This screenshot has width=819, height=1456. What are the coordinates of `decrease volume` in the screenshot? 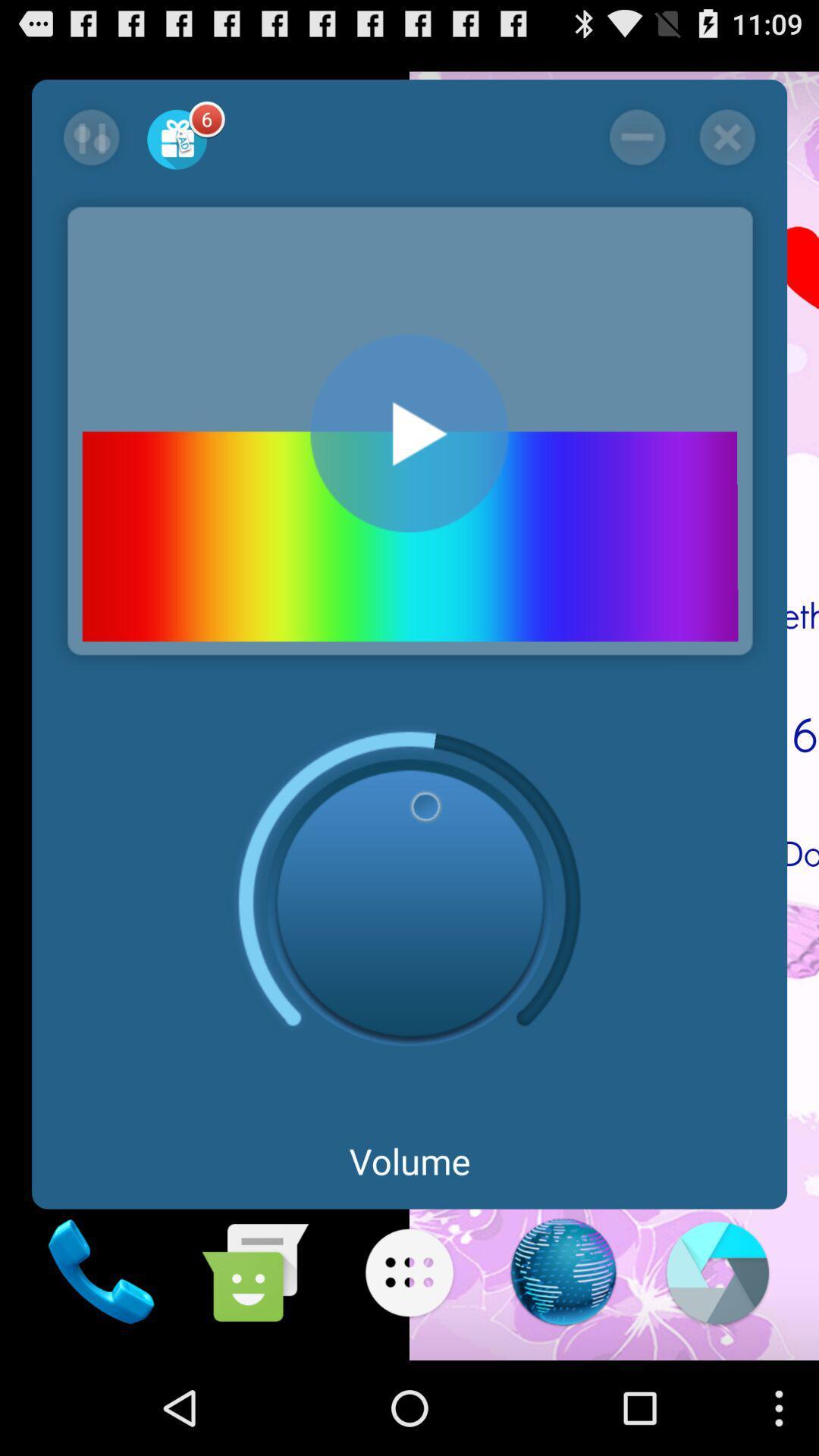 It's located at (637, 137).